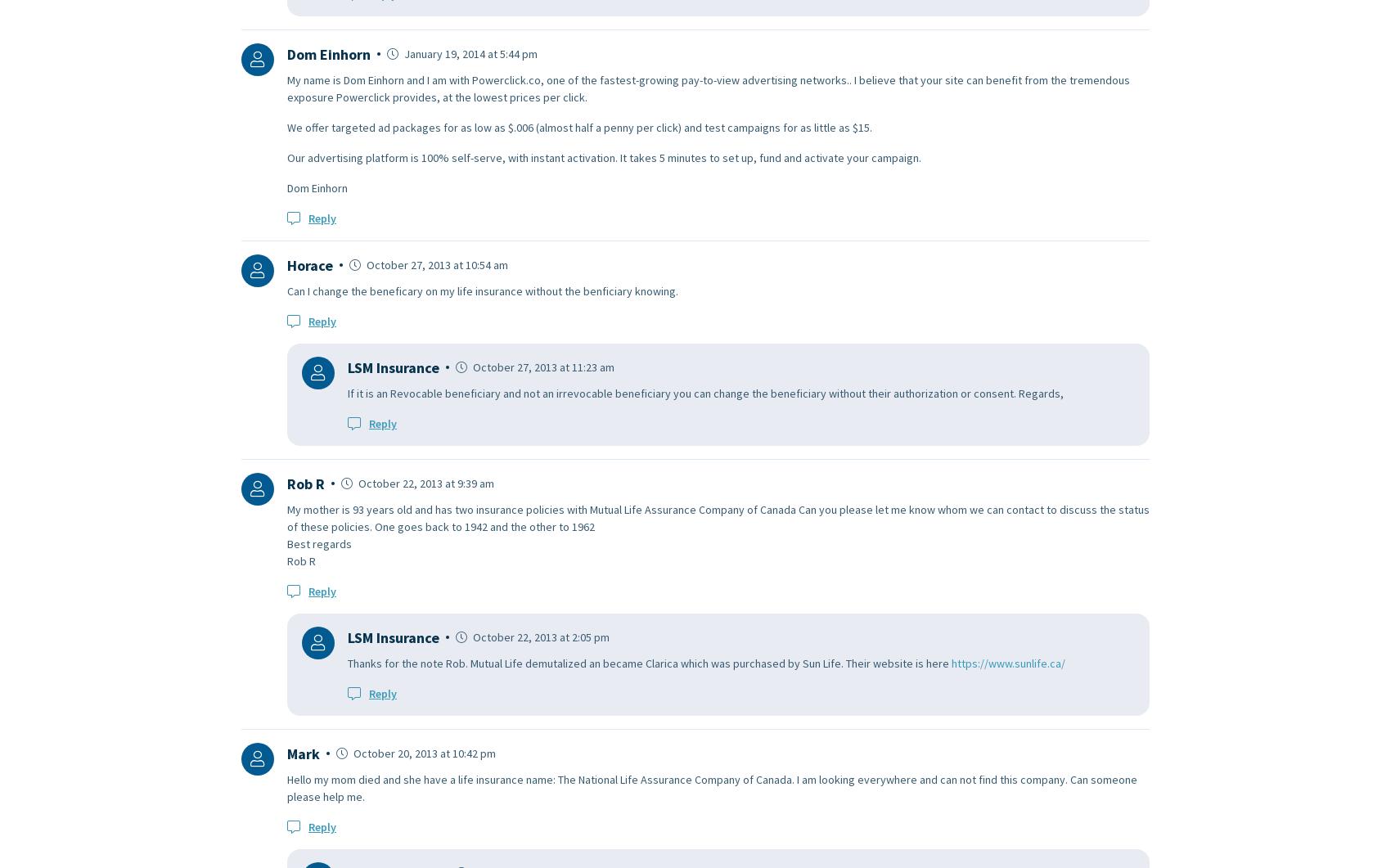  Describe the element at coordinates (318, 542) in the screenshot. I see `'Best regards'` at that location.